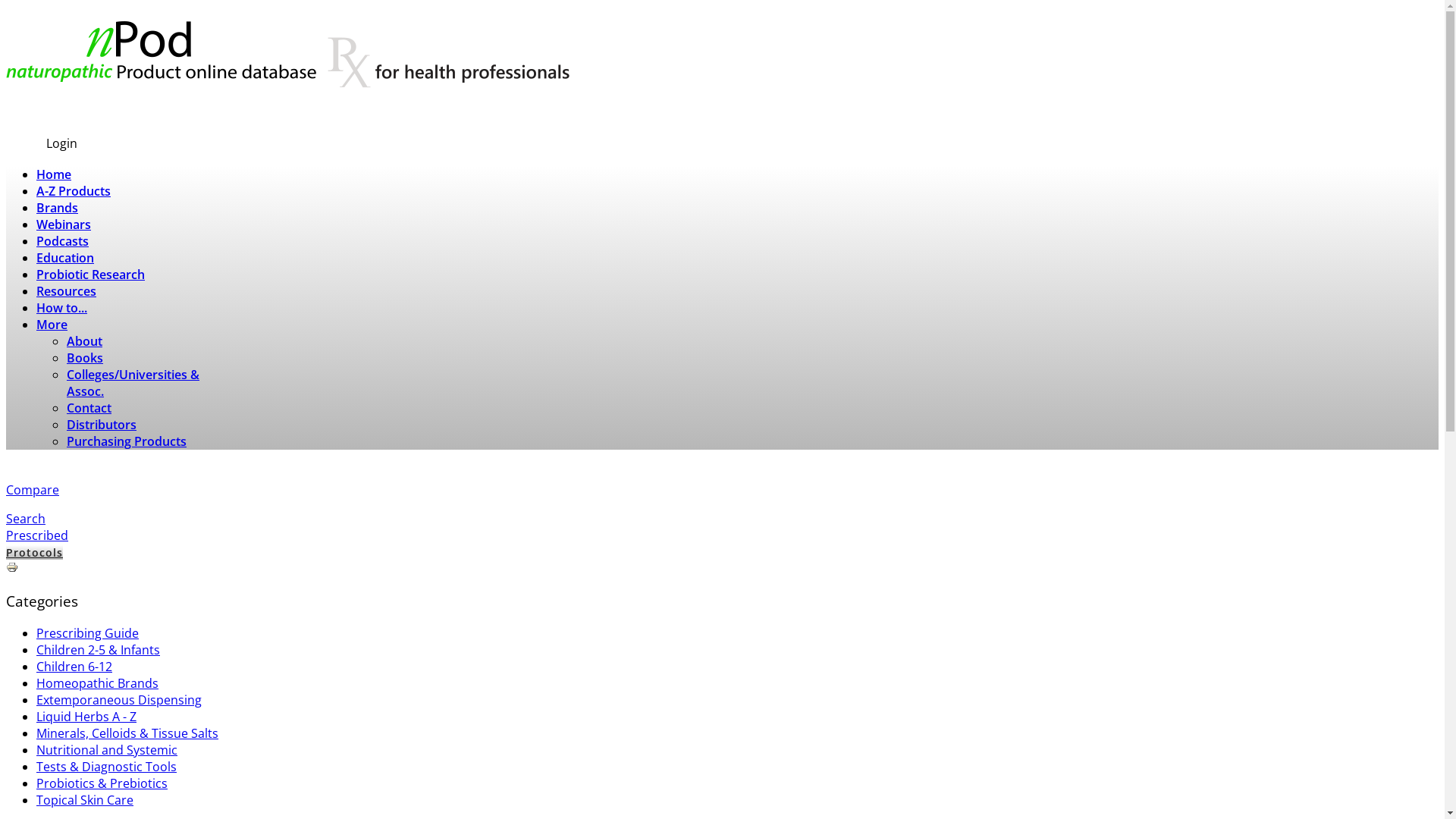  What do you see at coordinates (97, 648) in the screenshot?
I see `'Children 2-5 & Infants'` at bounding box center [97, 648].